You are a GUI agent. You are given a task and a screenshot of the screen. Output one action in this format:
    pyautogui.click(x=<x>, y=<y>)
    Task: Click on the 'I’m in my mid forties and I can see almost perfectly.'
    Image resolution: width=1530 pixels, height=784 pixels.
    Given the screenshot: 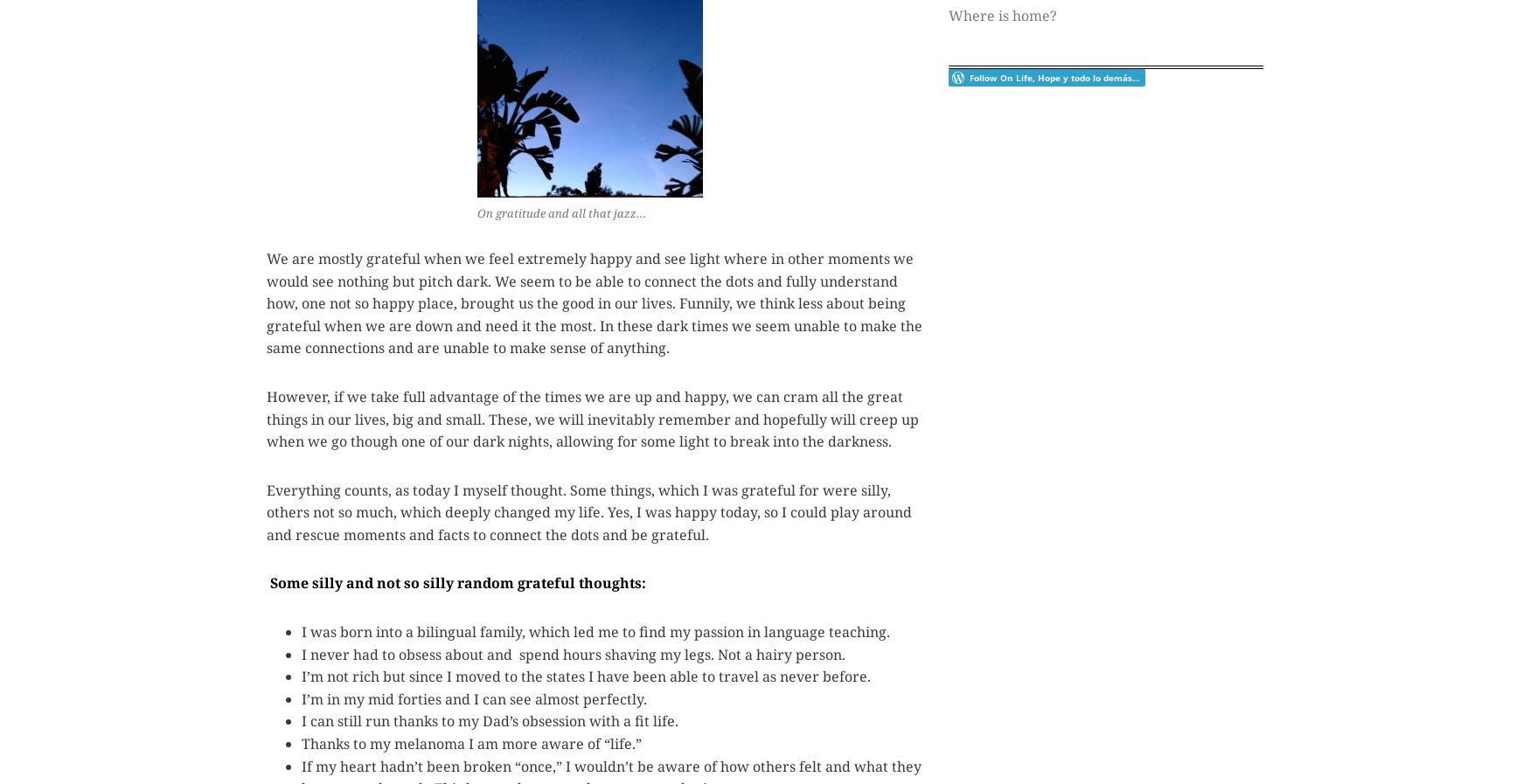 What is the action you would take?
    pyautogui.click(x=473, y=697)
    